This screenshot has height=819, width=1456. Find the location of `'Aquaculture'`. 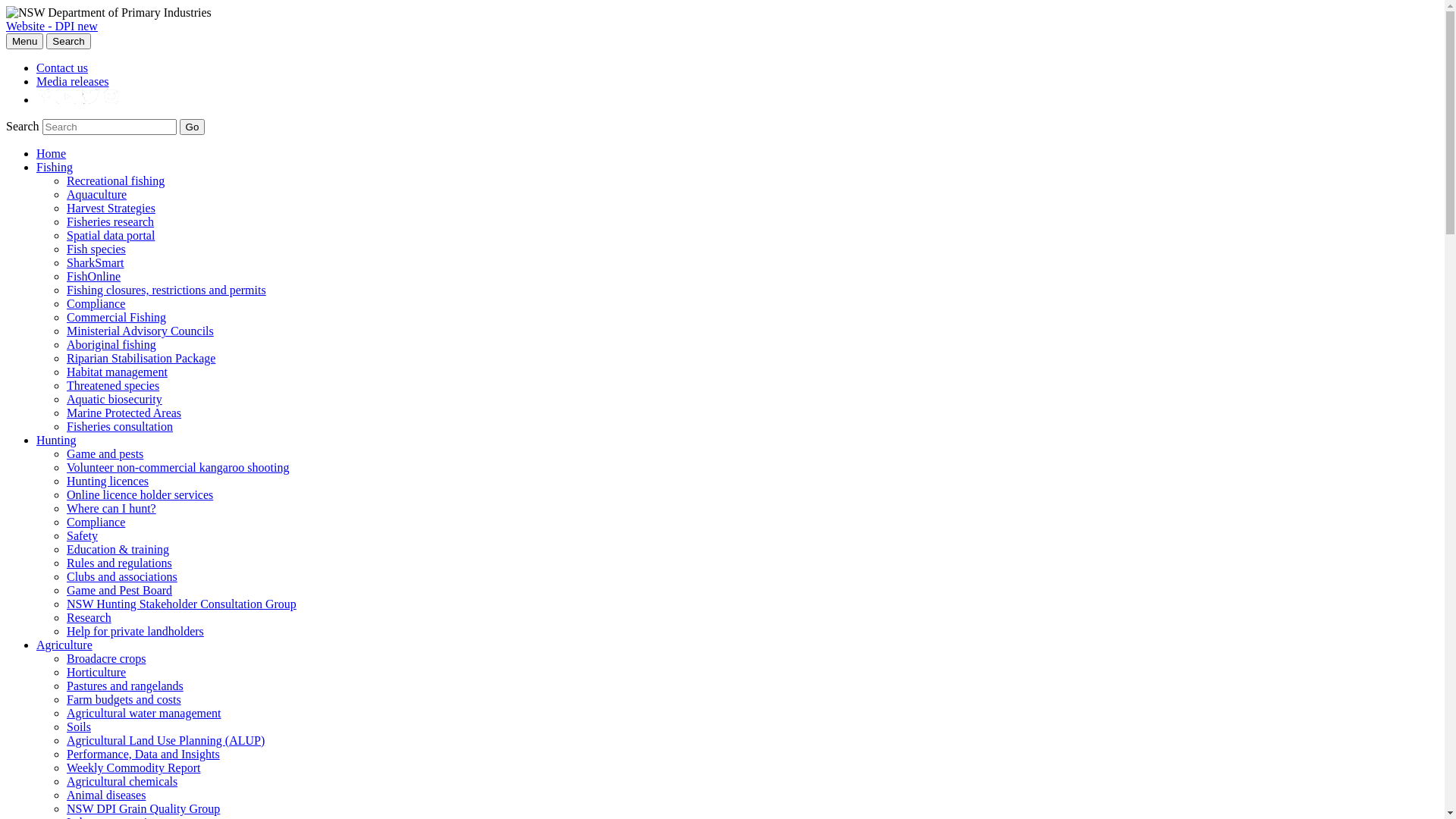

'Aquaculture' is located at coordinates (96, 193).